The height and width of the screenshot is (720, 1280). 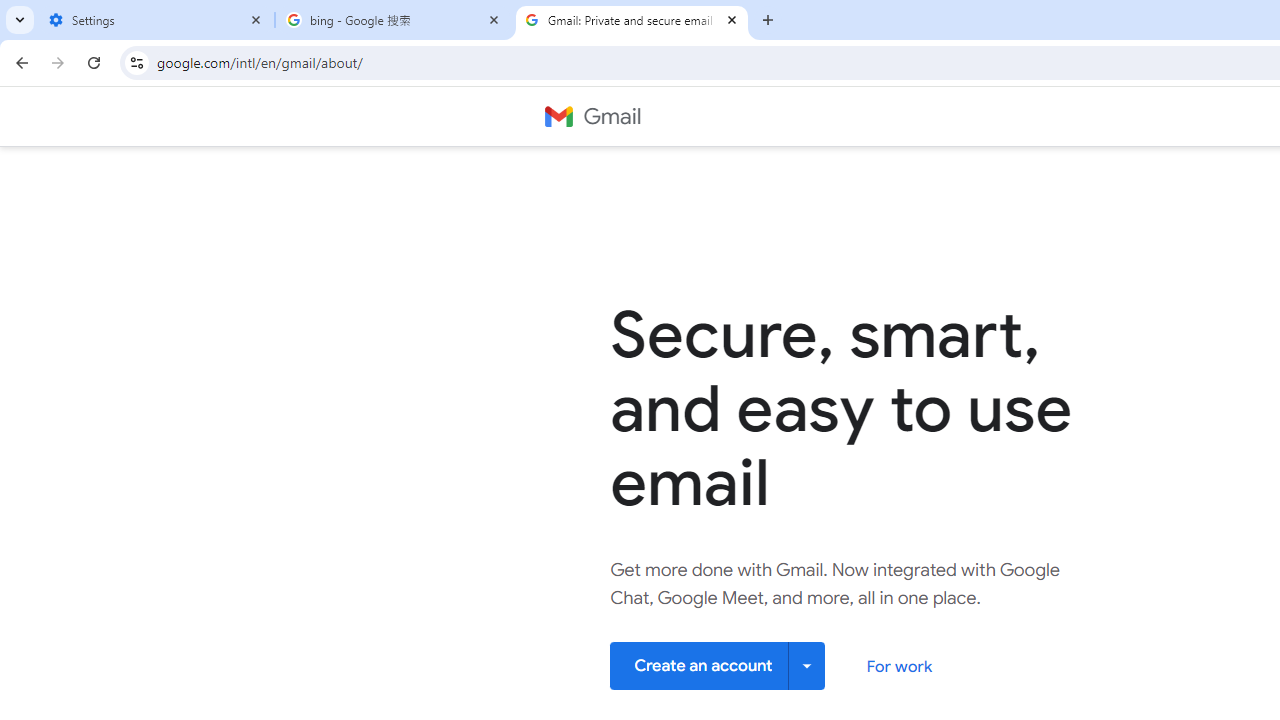 What do you see at coordinates (898, 666) in the screenshot?
I see `'For work'` at bounding box center [898, 666].